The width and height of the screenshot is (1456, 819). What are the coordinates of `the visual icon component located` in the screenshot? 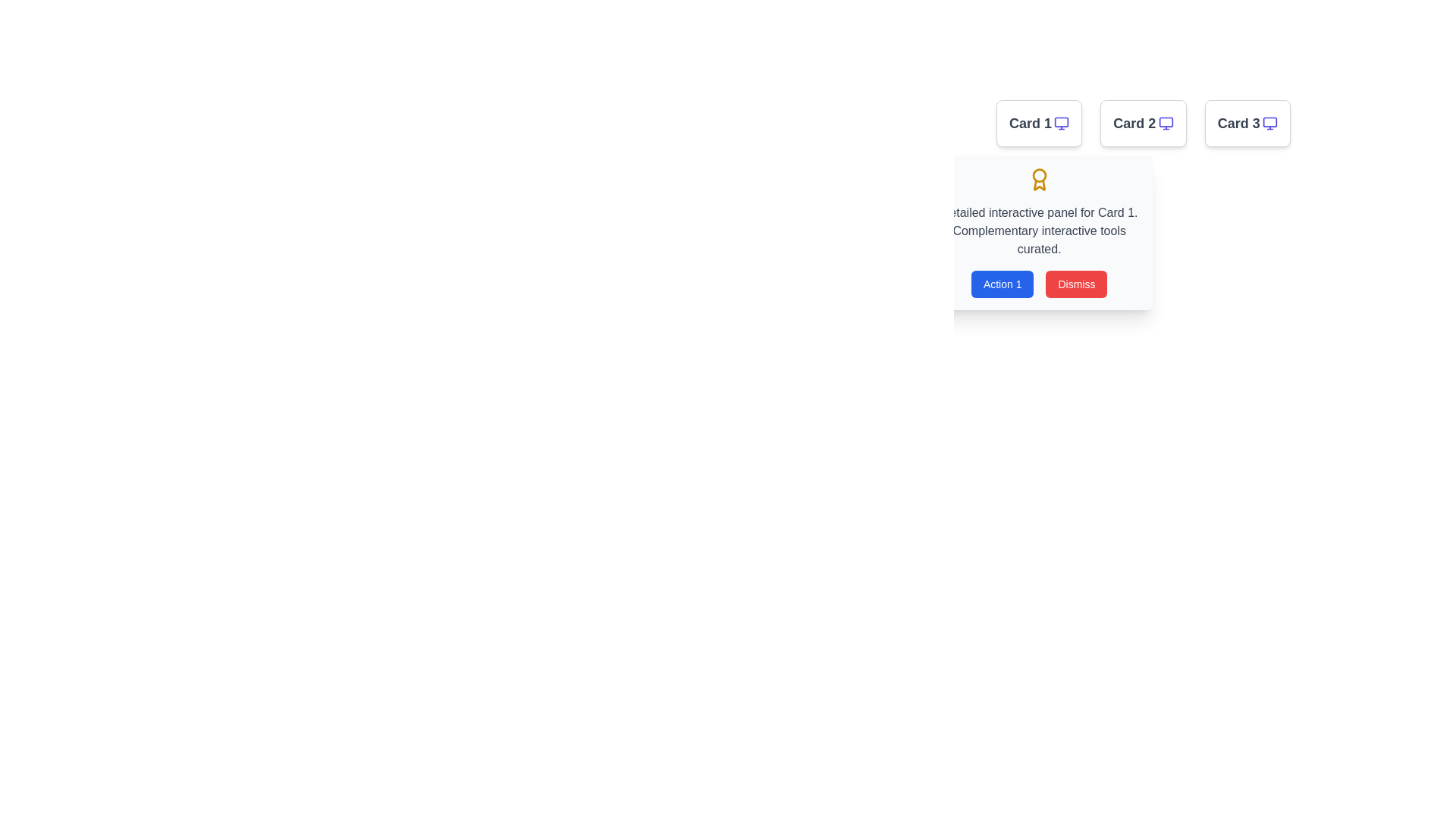 It's located at (1270, 121).